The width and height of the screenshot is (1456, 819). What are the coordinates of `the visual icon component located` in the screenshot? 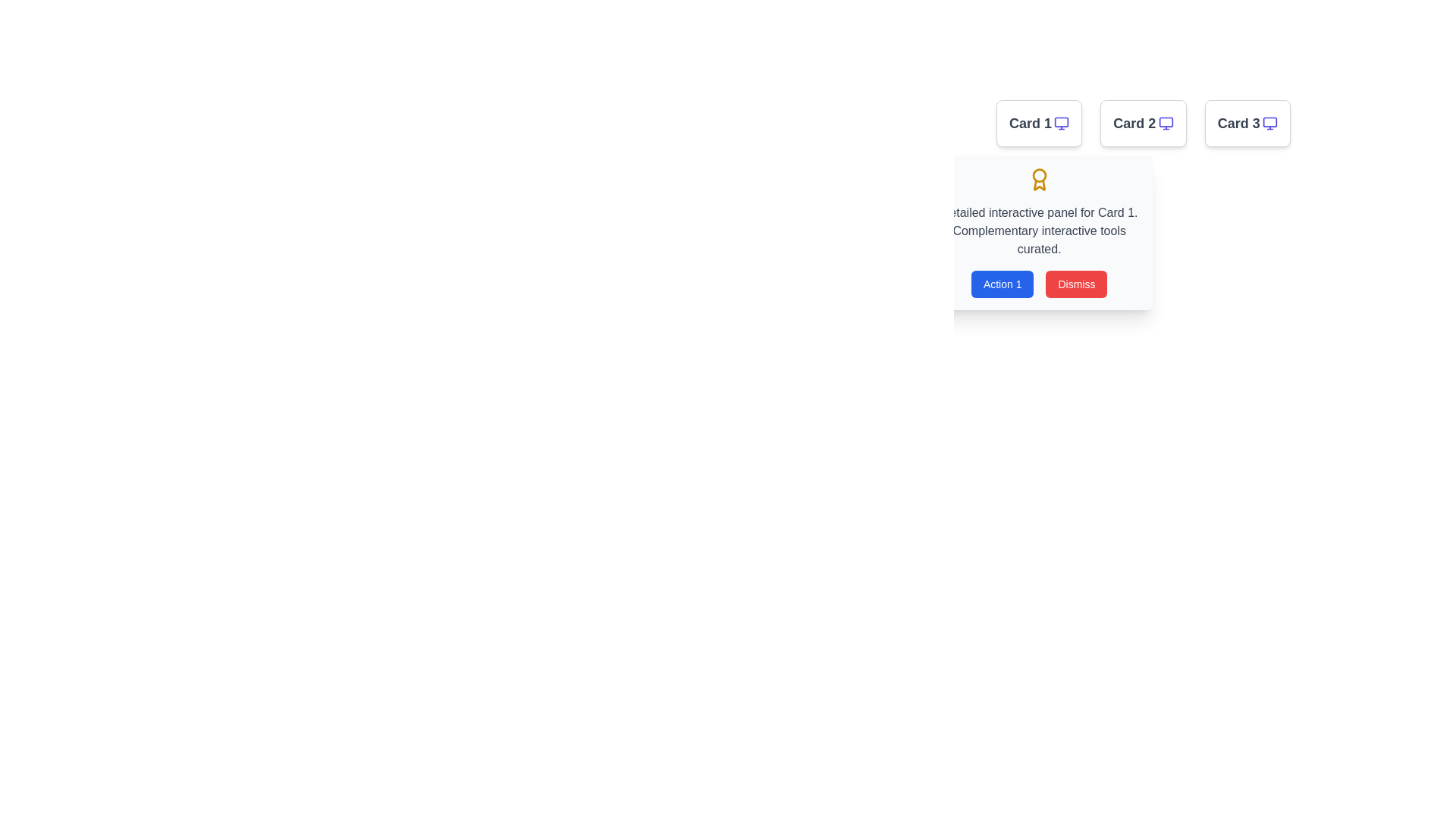 It's located at (1270, 121).